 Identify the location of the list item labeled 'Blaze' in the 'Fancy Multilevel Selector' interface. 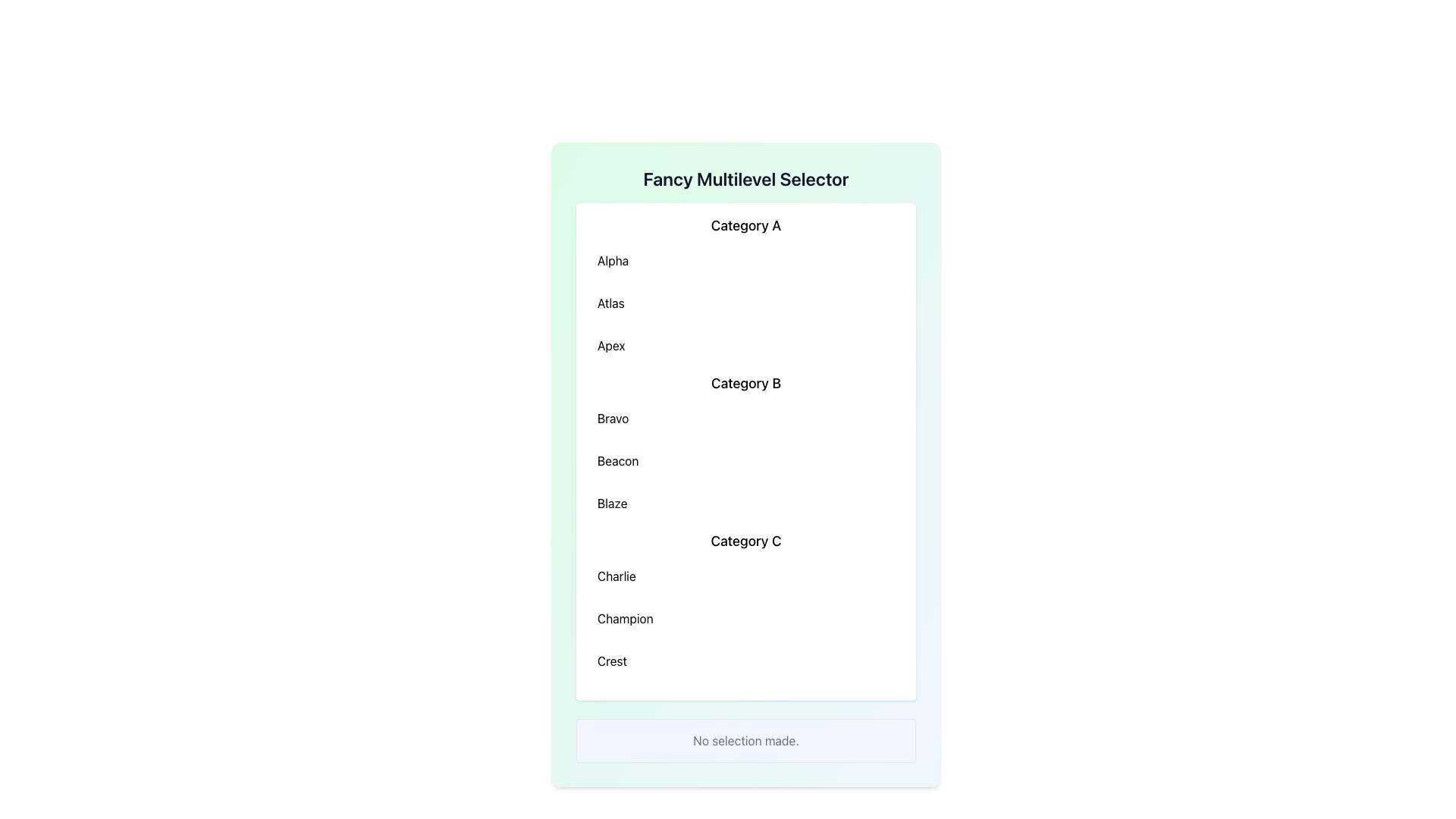
(612, 503).